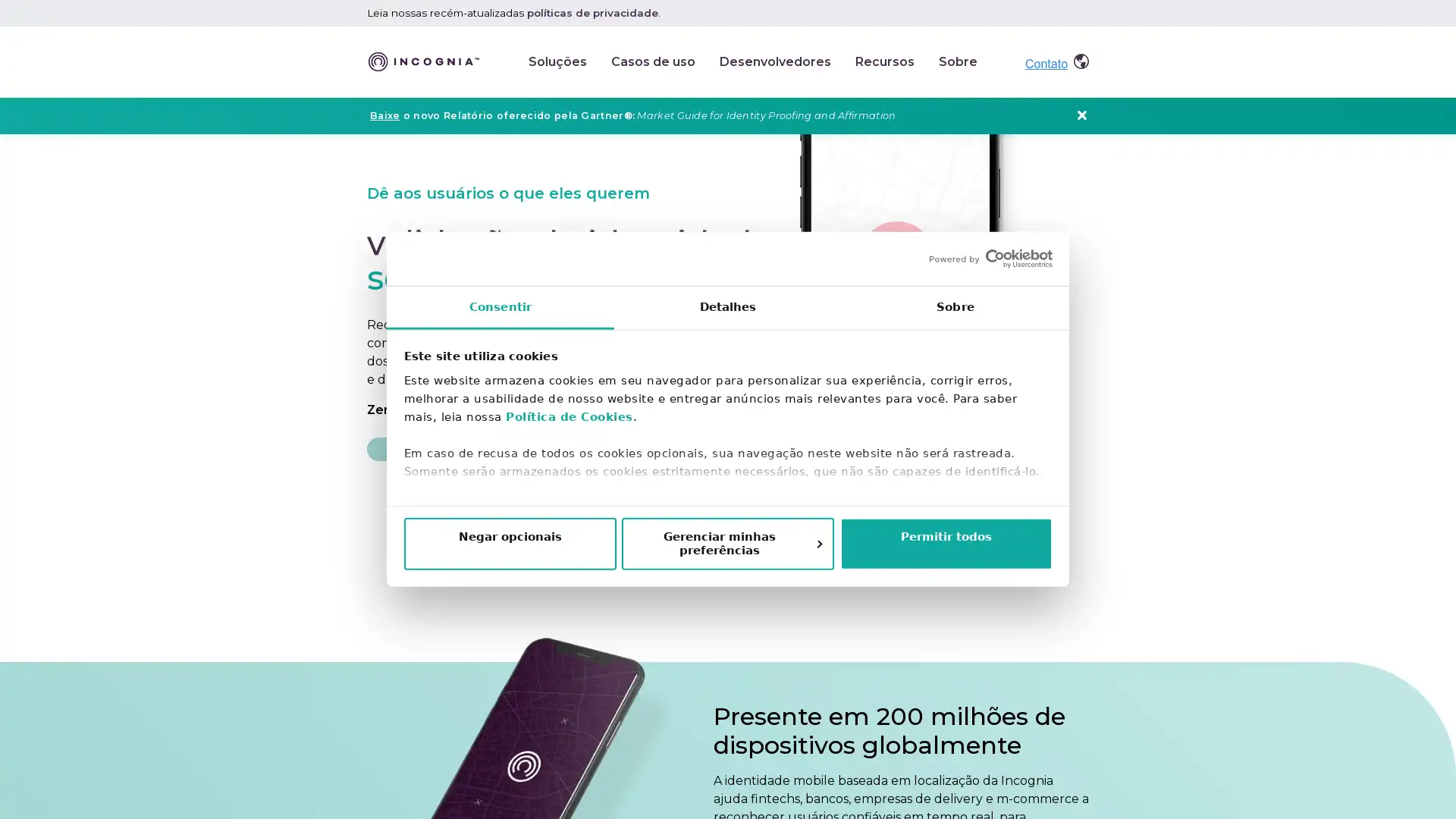 The image size is (1456, 819). I want to click on Permitir todos, so click(945, 543).